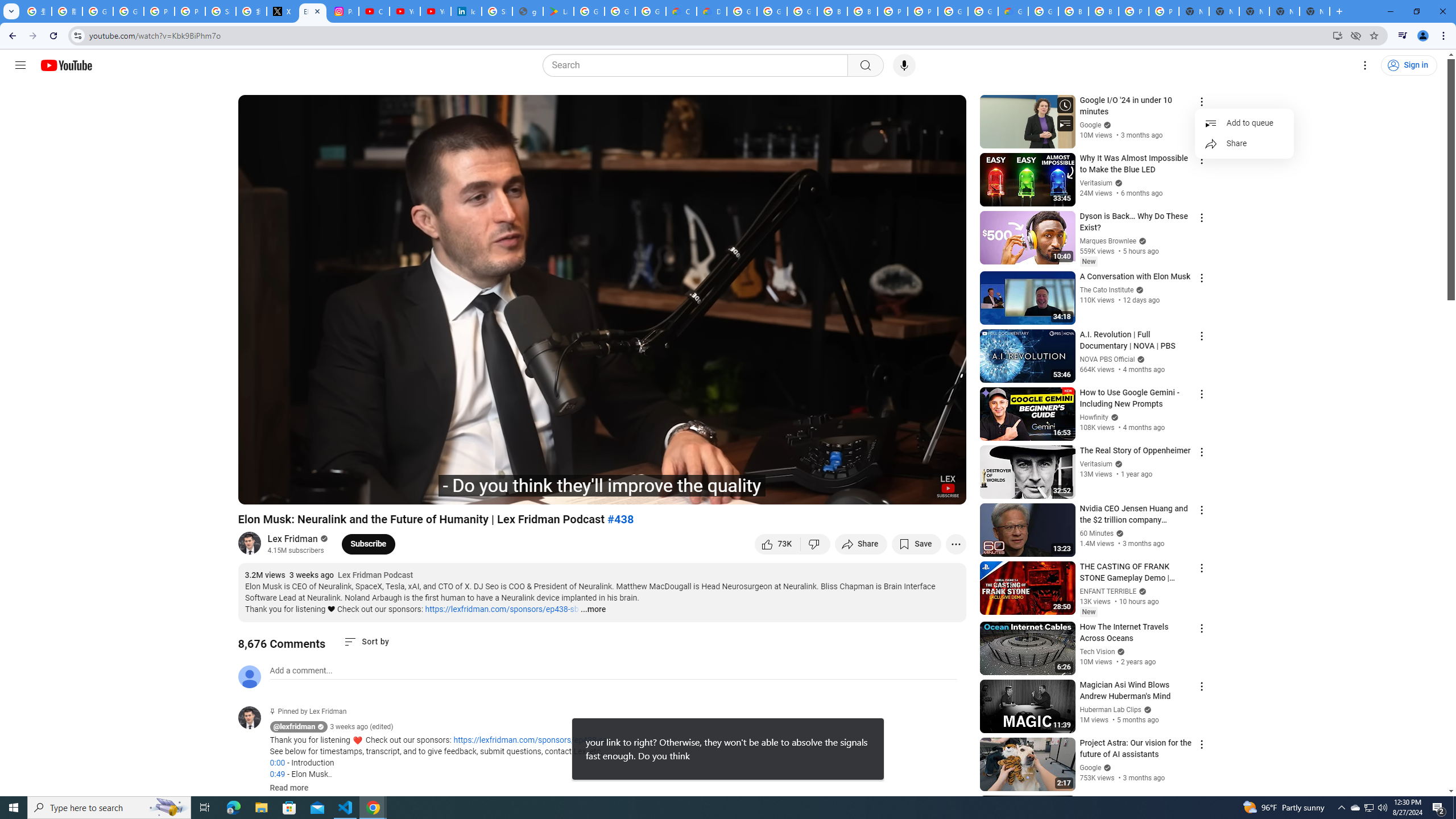 Image resolution: width=1456 pixels, height=819 pixels. I want to click on 'Search with your voice', so click(904, 65).